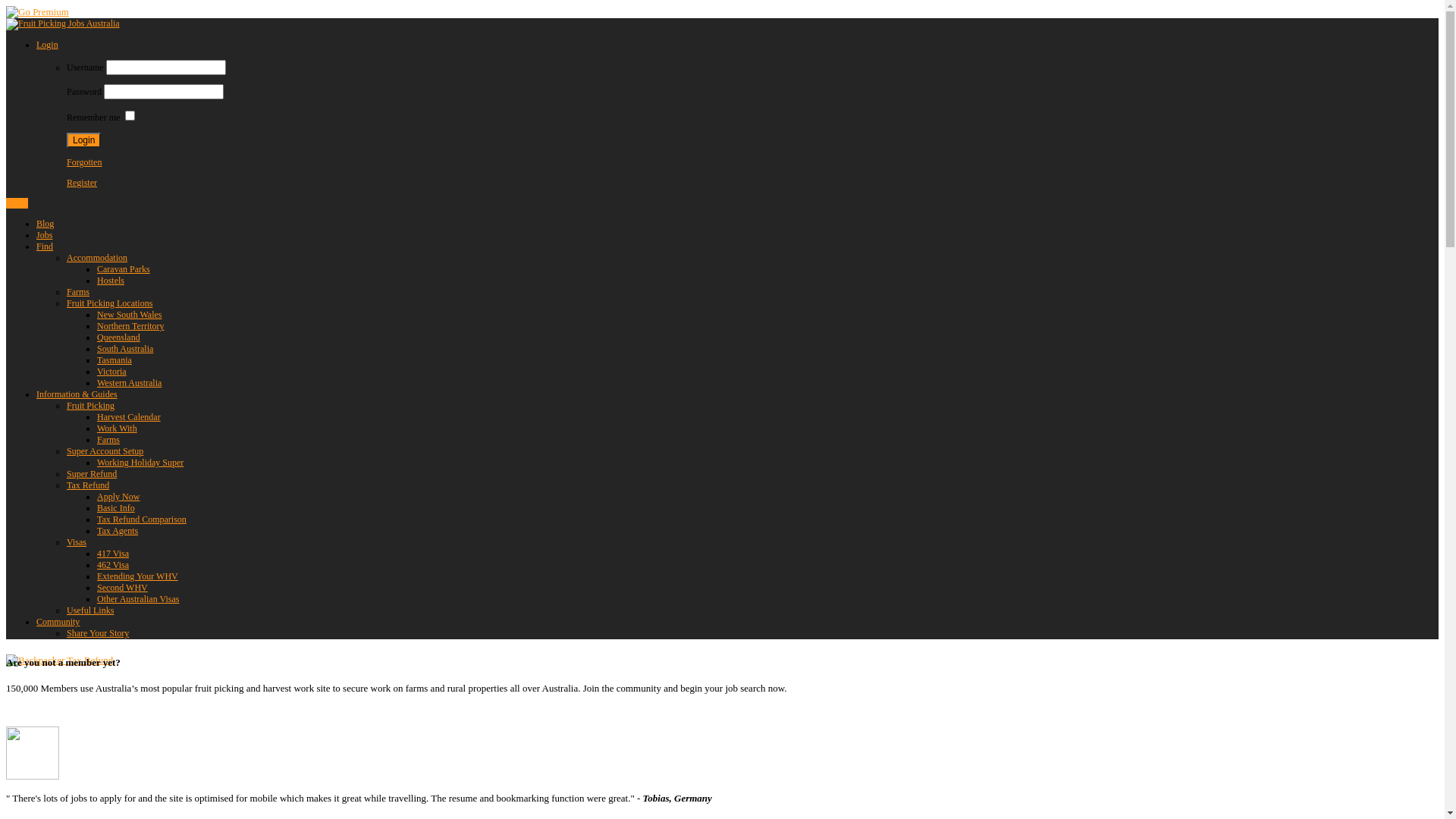 Image resolution: width=1456 pixels, height=819 pixels. Describe the element at coordinates (111, 564) in the screenshot. I see `'462 Visa'` at that location.